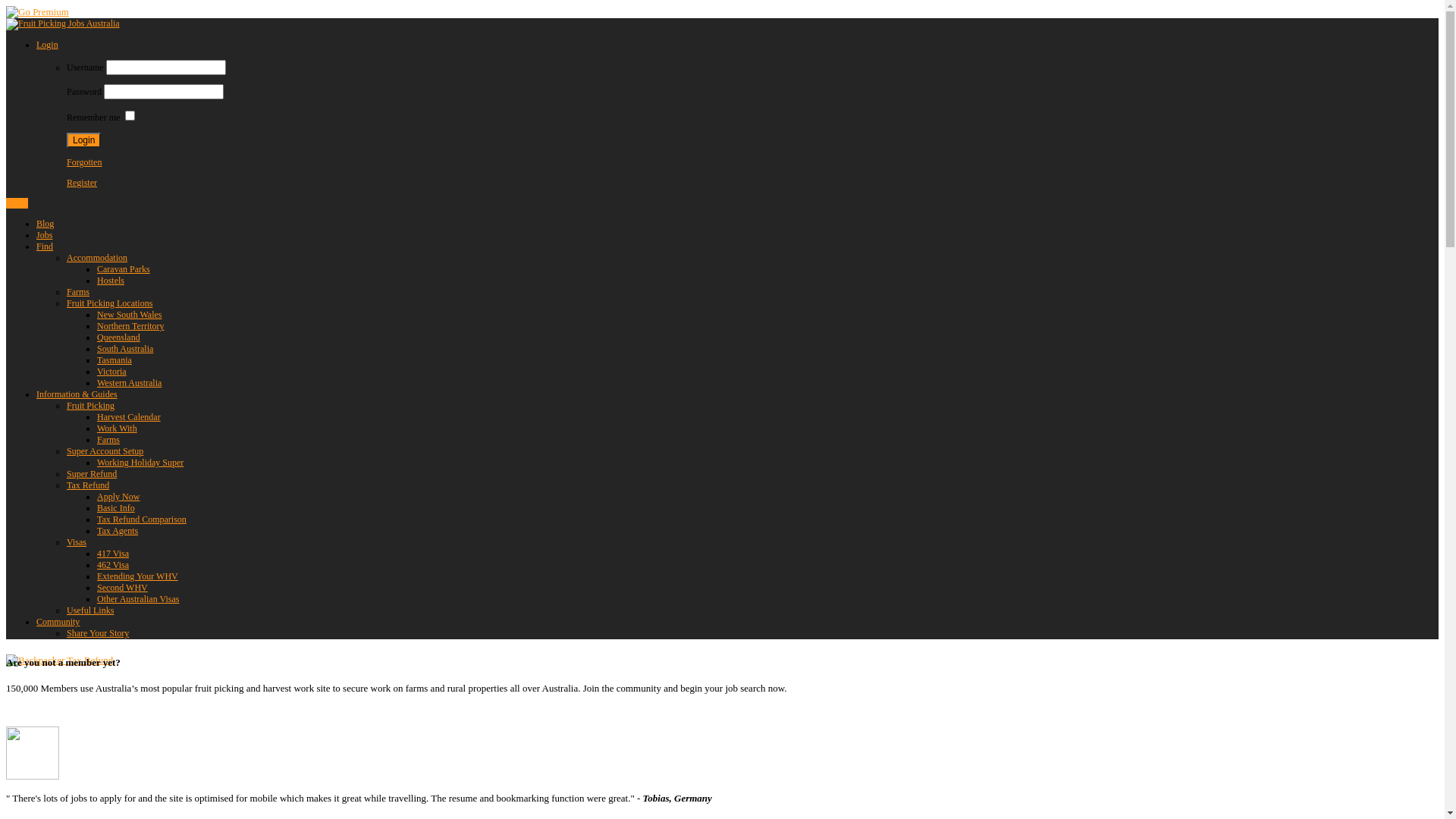 Image resolution: width=1456 pixels, height=819 pixels. Describe the element at coordinates (111, 564) in the screenshot. I see `'462 Visa'` at that location.